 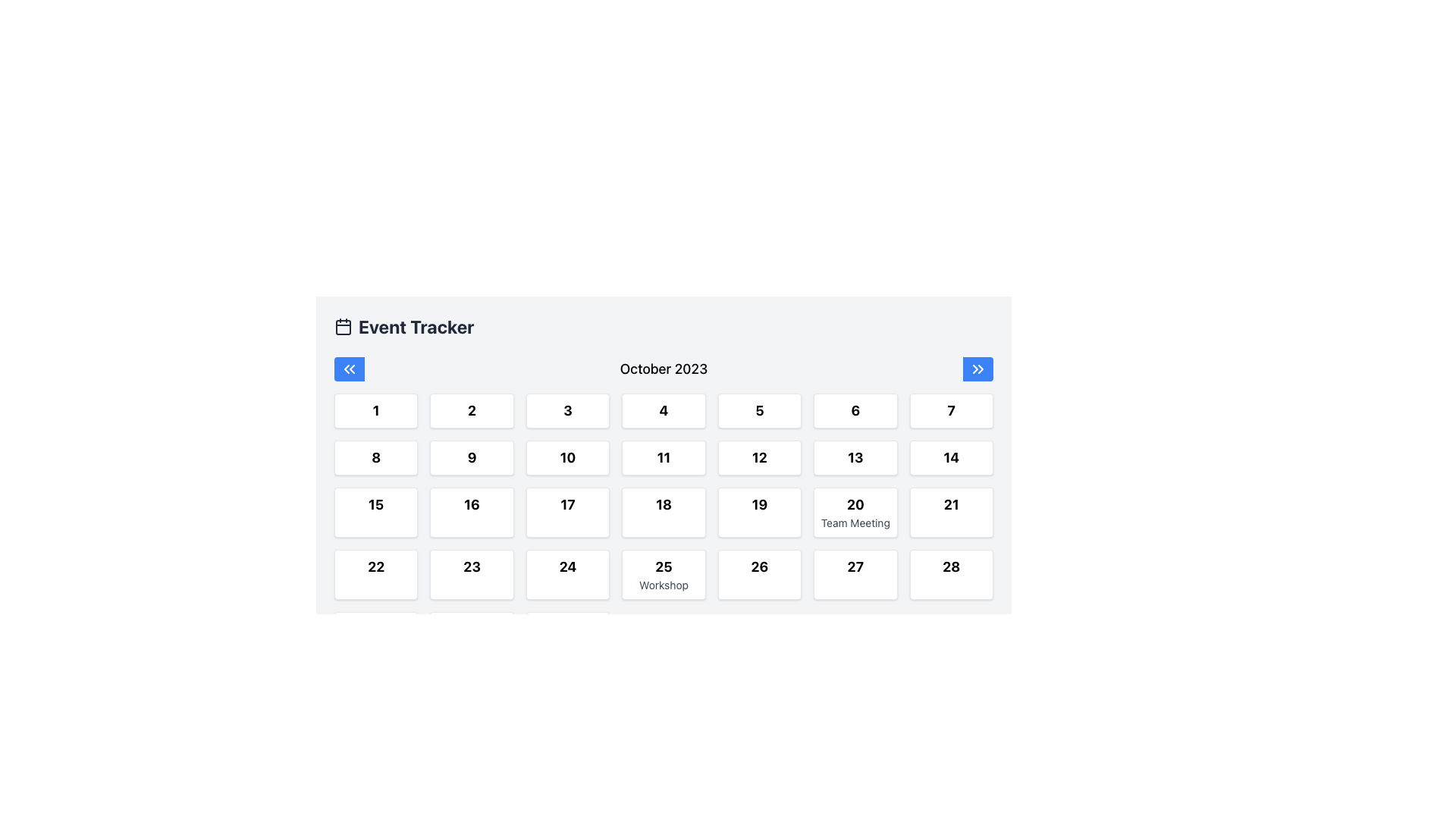 I want to click on the date '19' displayed in the calendar tile for October, located in the third row and sixth column of the calendar grid, so click(x=759, y=505).